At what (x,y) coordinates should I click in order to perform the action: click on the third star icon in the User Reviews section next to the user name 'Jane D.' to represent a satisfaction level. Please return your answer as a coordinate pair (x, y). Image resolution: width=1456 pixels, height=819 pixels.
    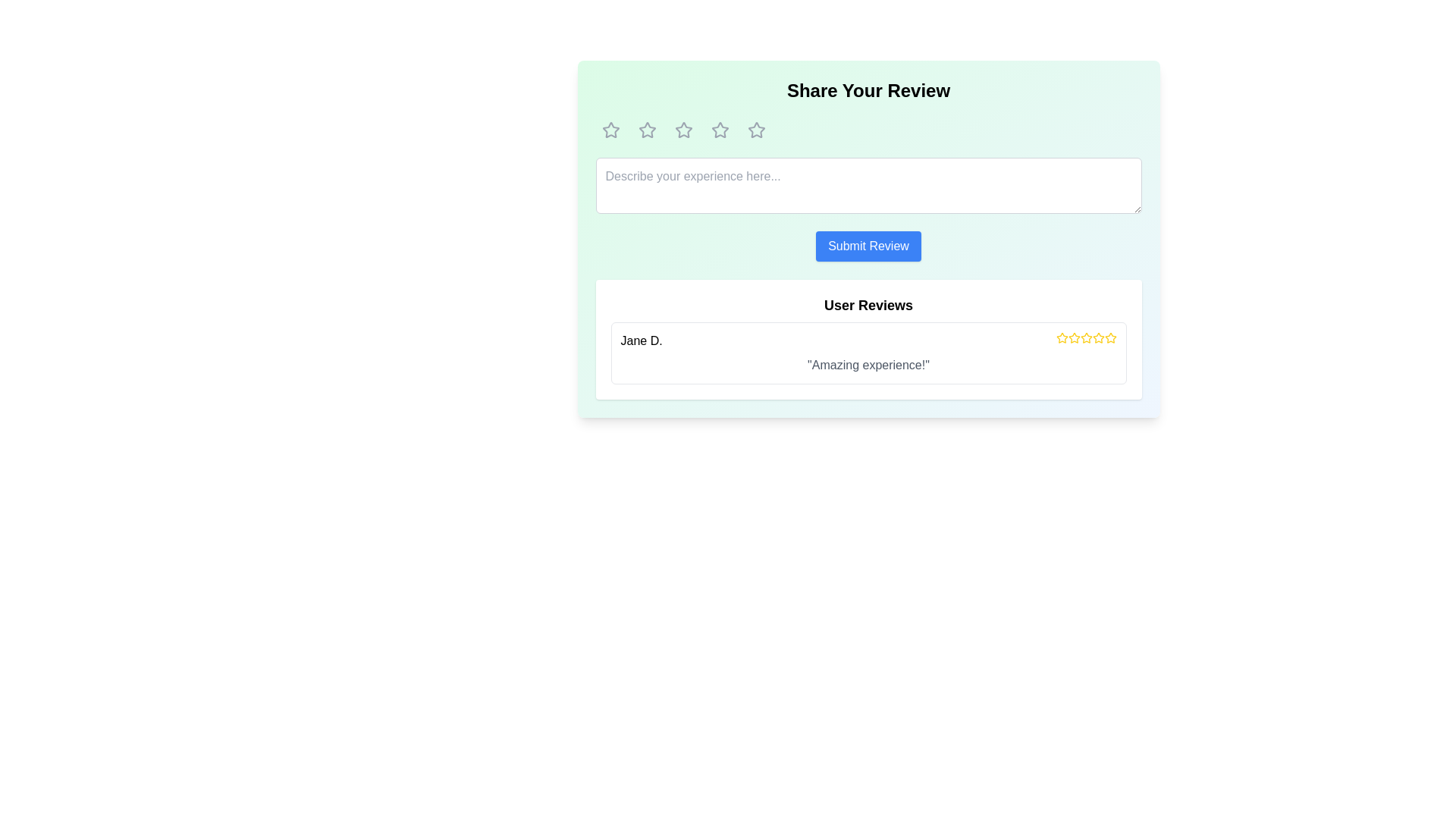
    Looking at the image, I should click on (1085, 341).